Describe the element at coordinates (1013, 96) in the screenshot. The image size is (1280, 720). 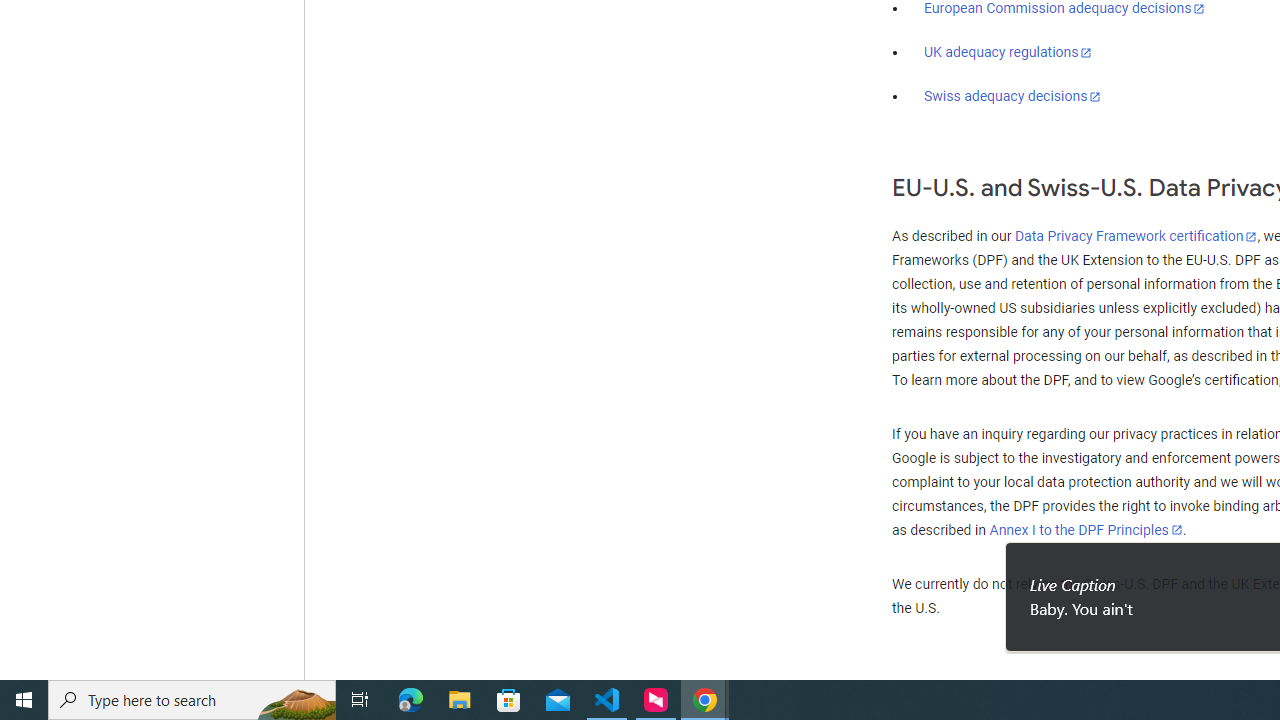
I see `'Swiss adequacy decisions'` at that location.